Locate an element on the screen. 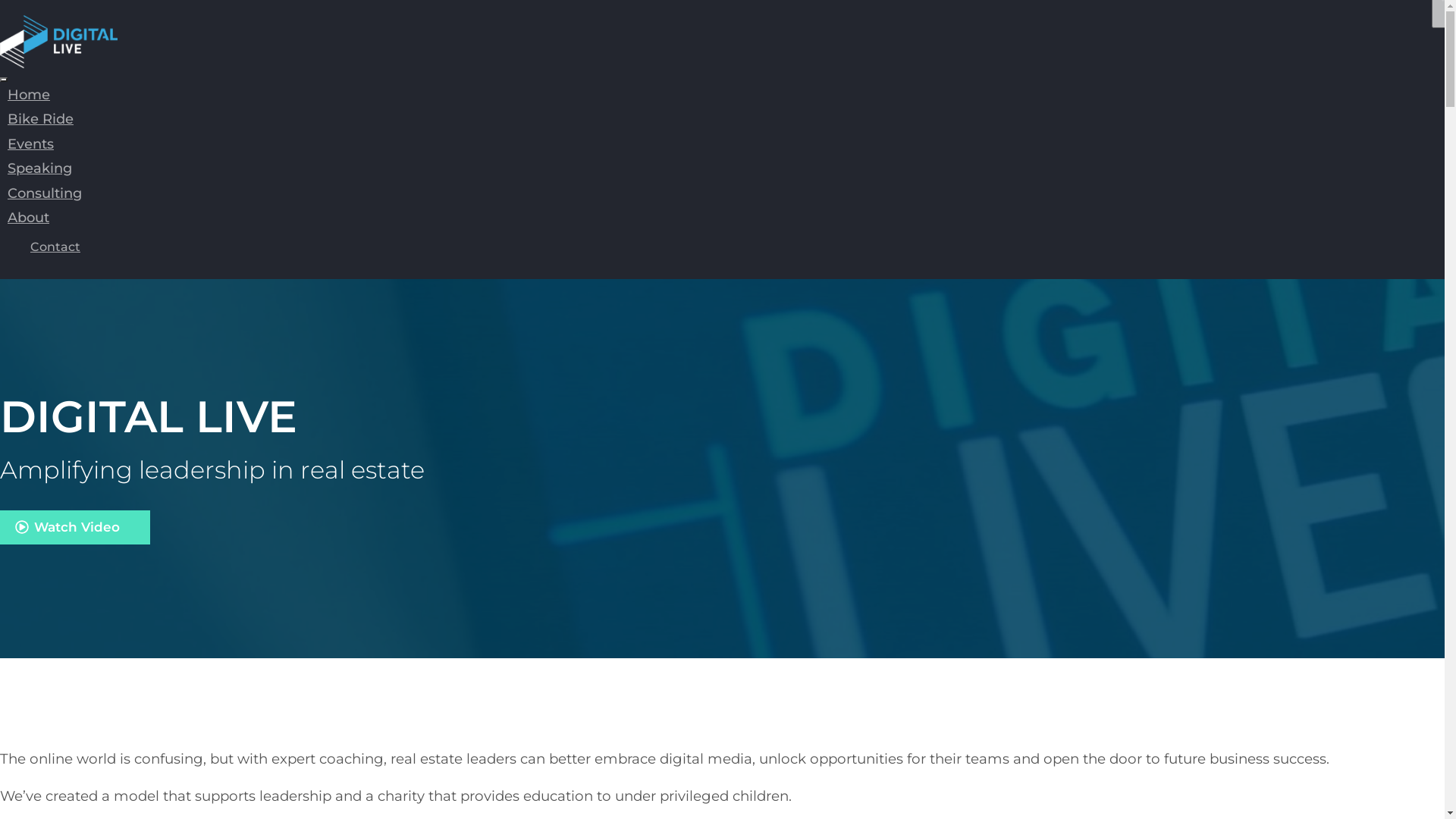 Image resolution: width=1456 pixels, height=819 pixels. 'About' is located at coordinates (0, 217).